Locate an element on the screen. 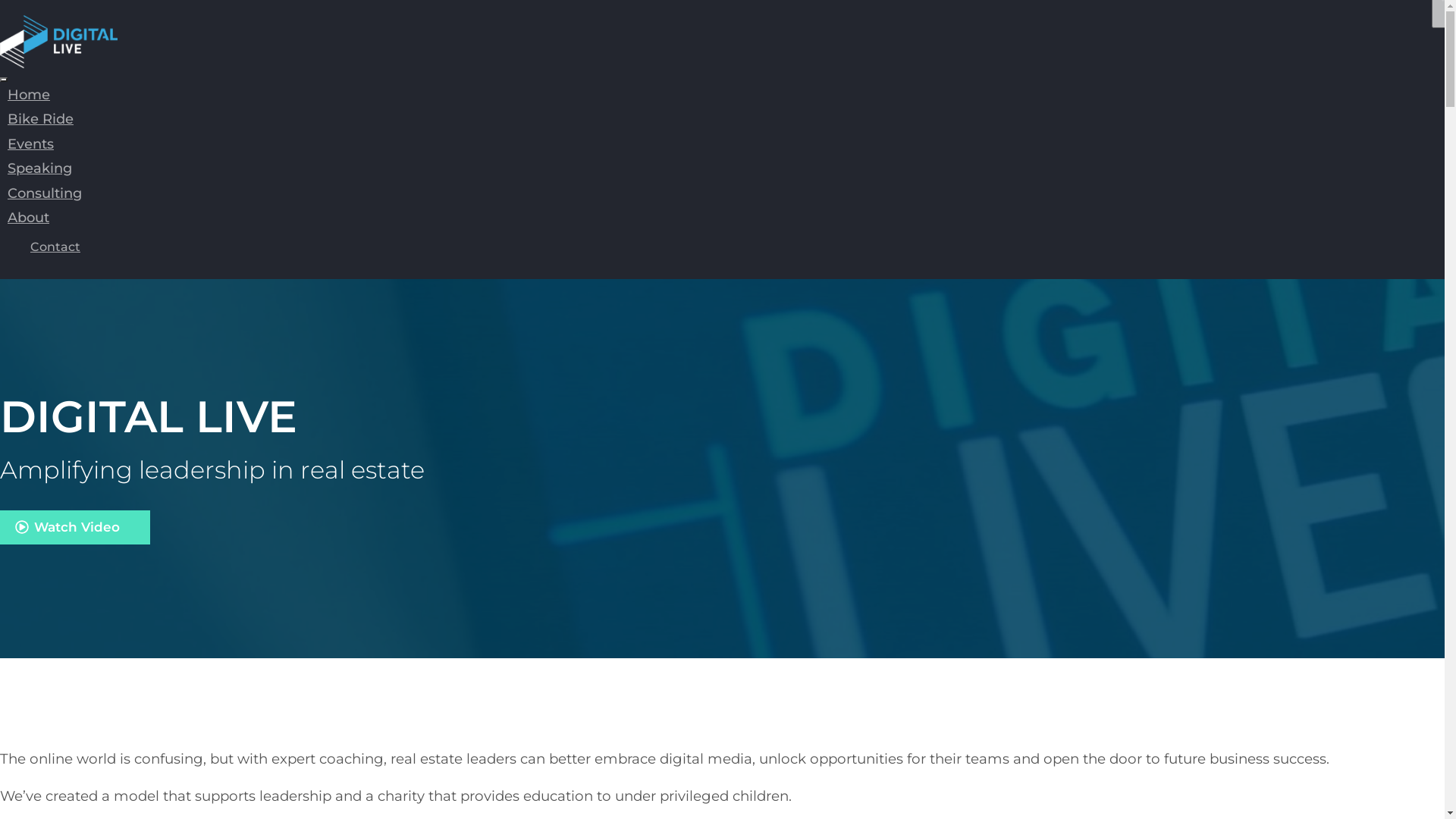 Image resolution: width=1456 pixels, height=819 pixels. 'About' is located at coordinates (0, 217).